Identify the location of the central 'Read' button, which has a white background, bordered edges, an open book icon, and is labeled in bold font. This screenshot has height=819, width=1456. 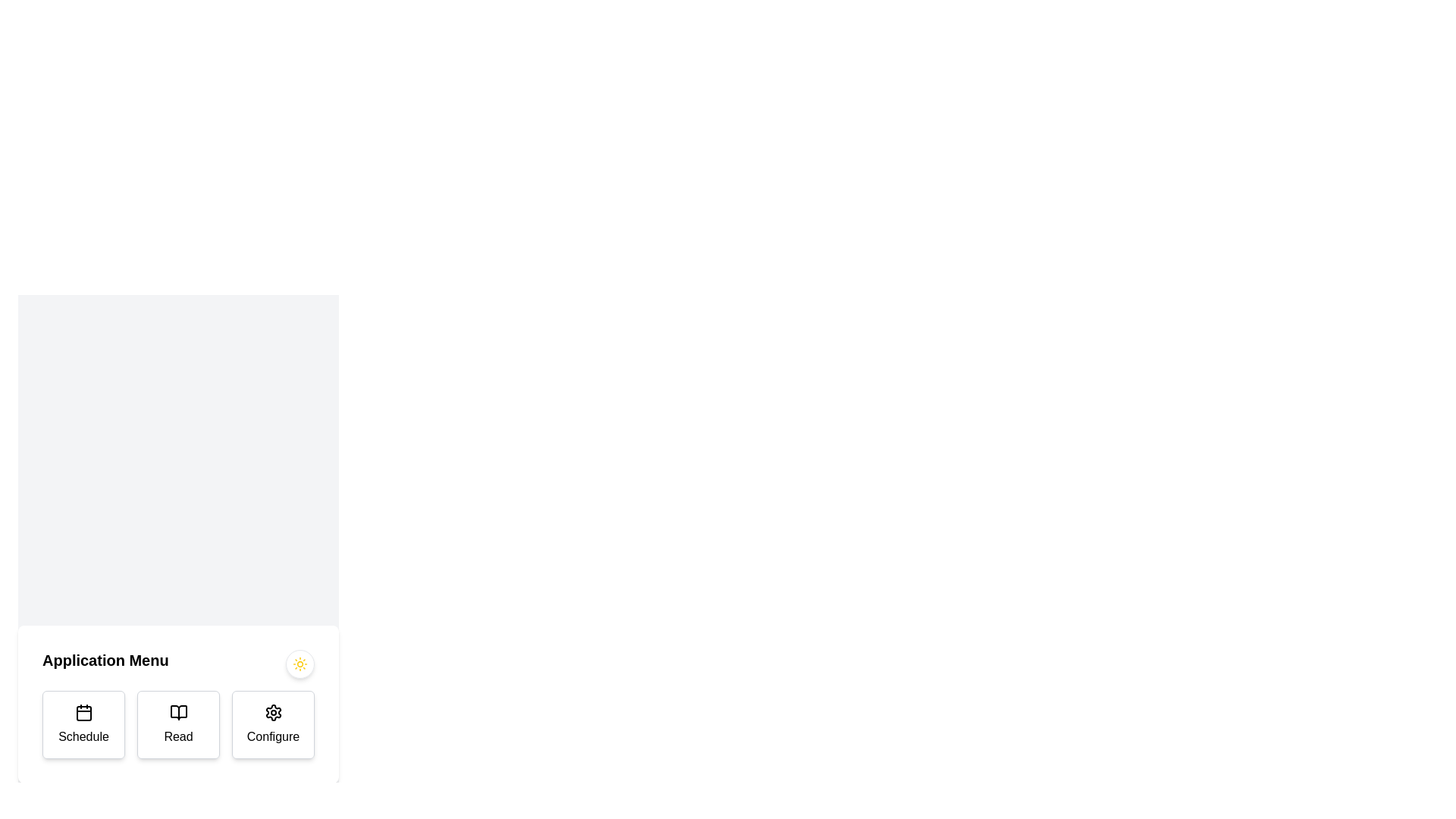
(178, 704).